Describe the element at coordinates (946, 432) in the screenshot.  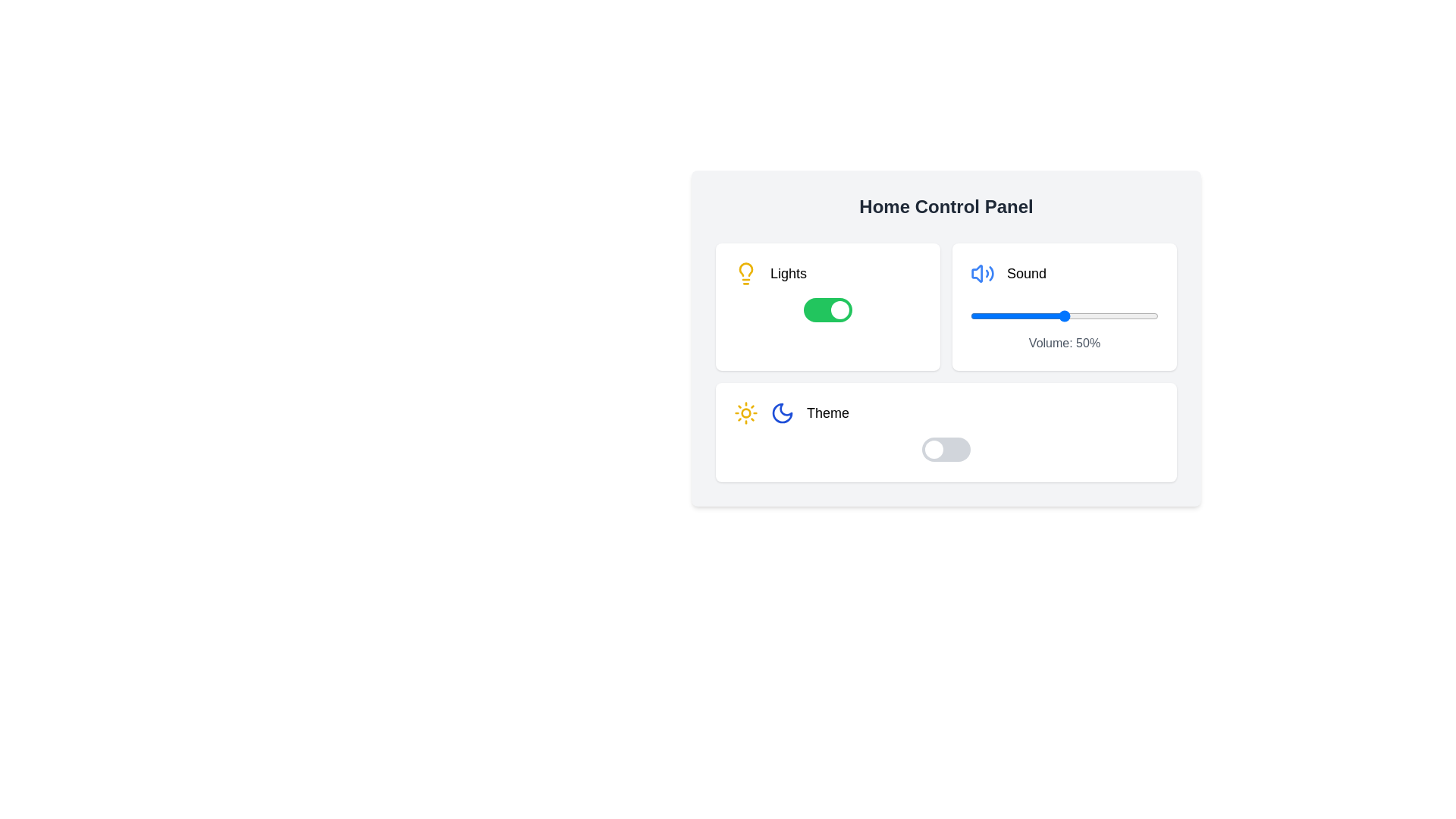
I see `the theme selection card with toggle switch located in the lower section of the Home Control Panel interface` at that location.